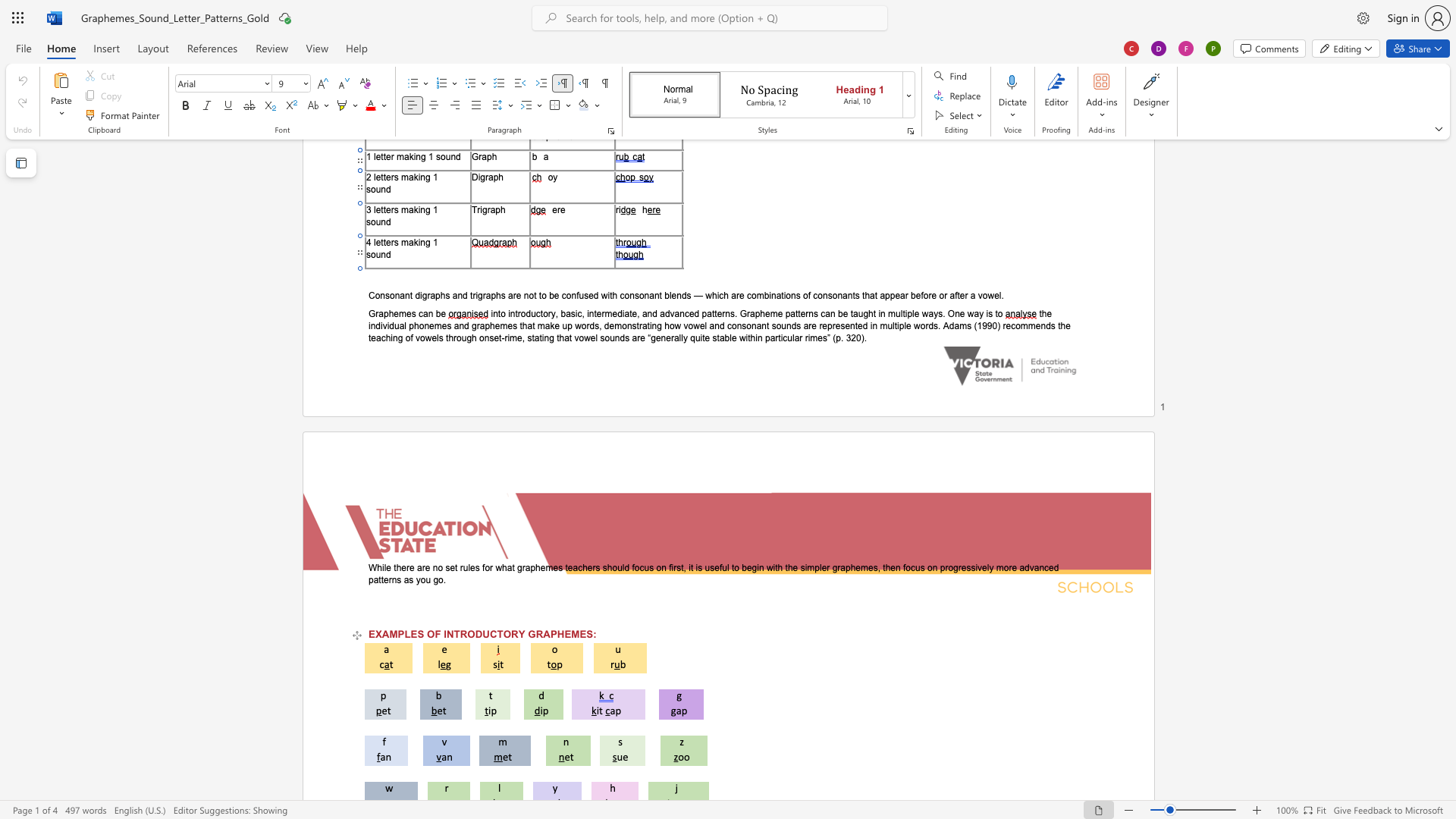  What do you see at coordinates (720, 567) in the screenshot?
I see `the 4th character "f" in the text` at bounding box center [720, 567].